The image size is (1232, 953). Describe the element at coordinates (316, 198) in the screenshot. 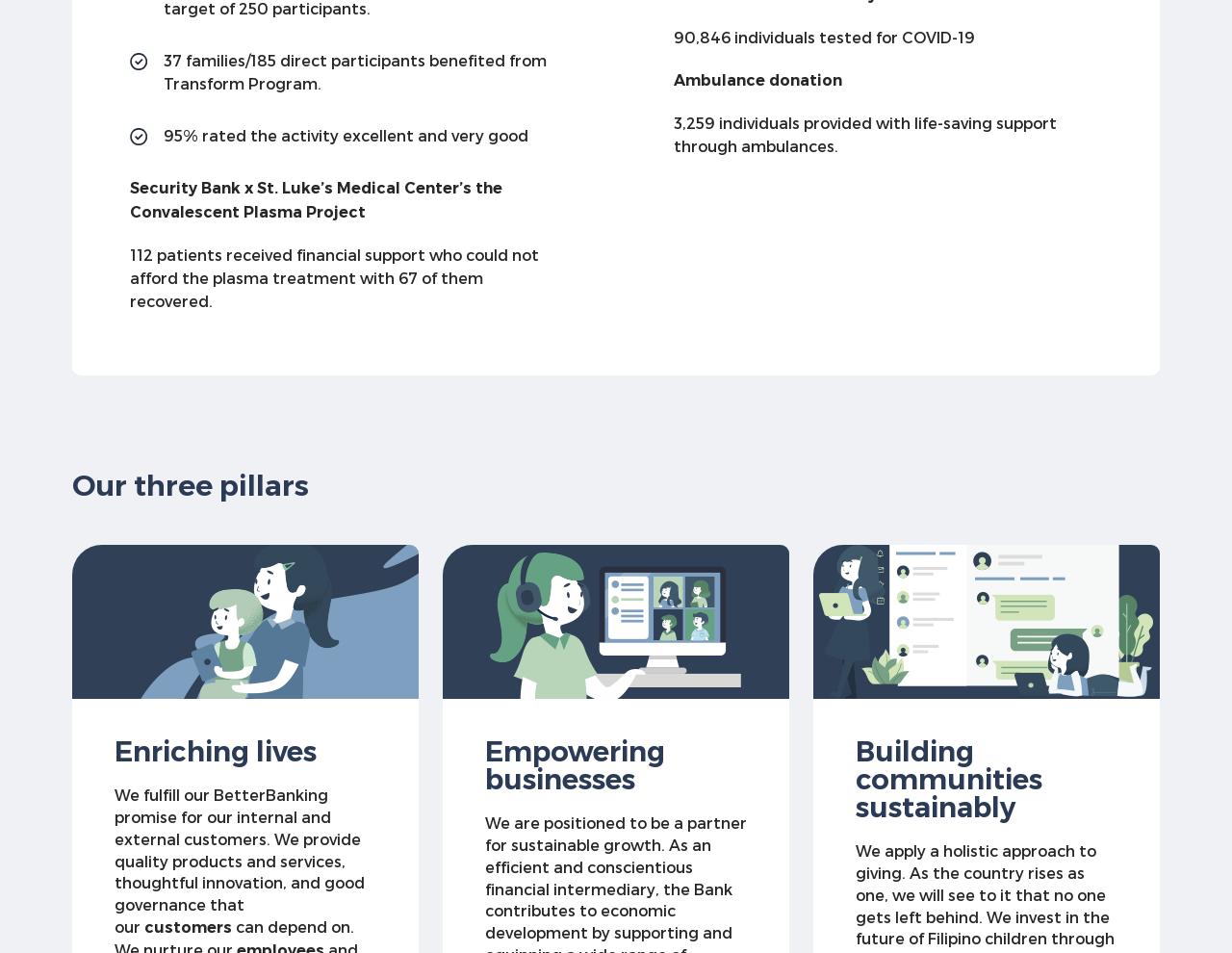

I see `'Security Bank x St. Luke’s Medical Center’s the Convalescent Plasma Project'` at that location.